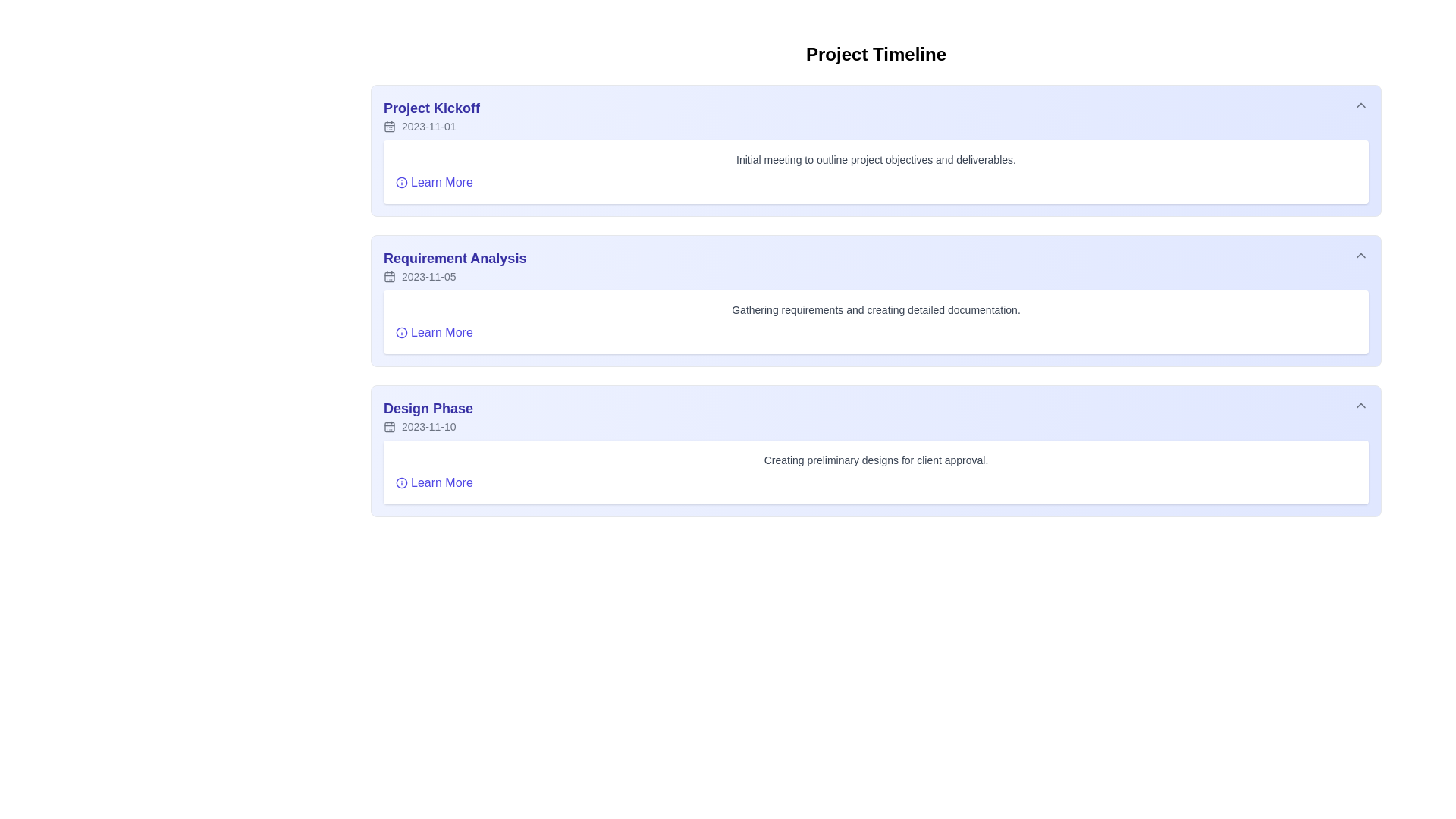 The image size is (1456, 819). I want to click on the 'Learn More' text link styled in blue, which is adjacent to a circular info icon, so click(433, 332).